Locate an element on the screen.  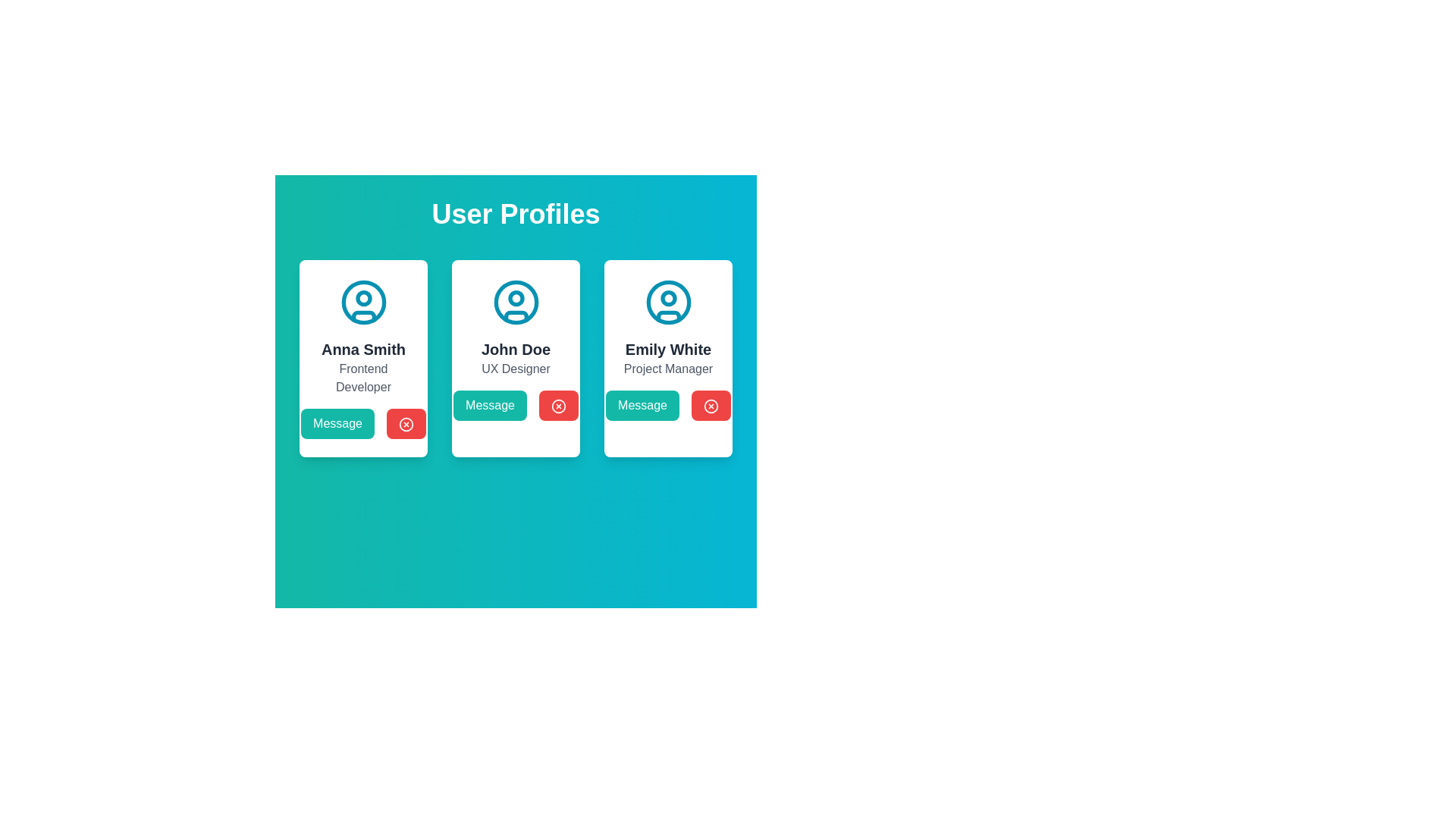
text label that serves as the name identifier for the individual represented by the card, positioned above 'UX Designer' and below the user avatar in the center card of a three-card layout is located at coordinates (516, 350).